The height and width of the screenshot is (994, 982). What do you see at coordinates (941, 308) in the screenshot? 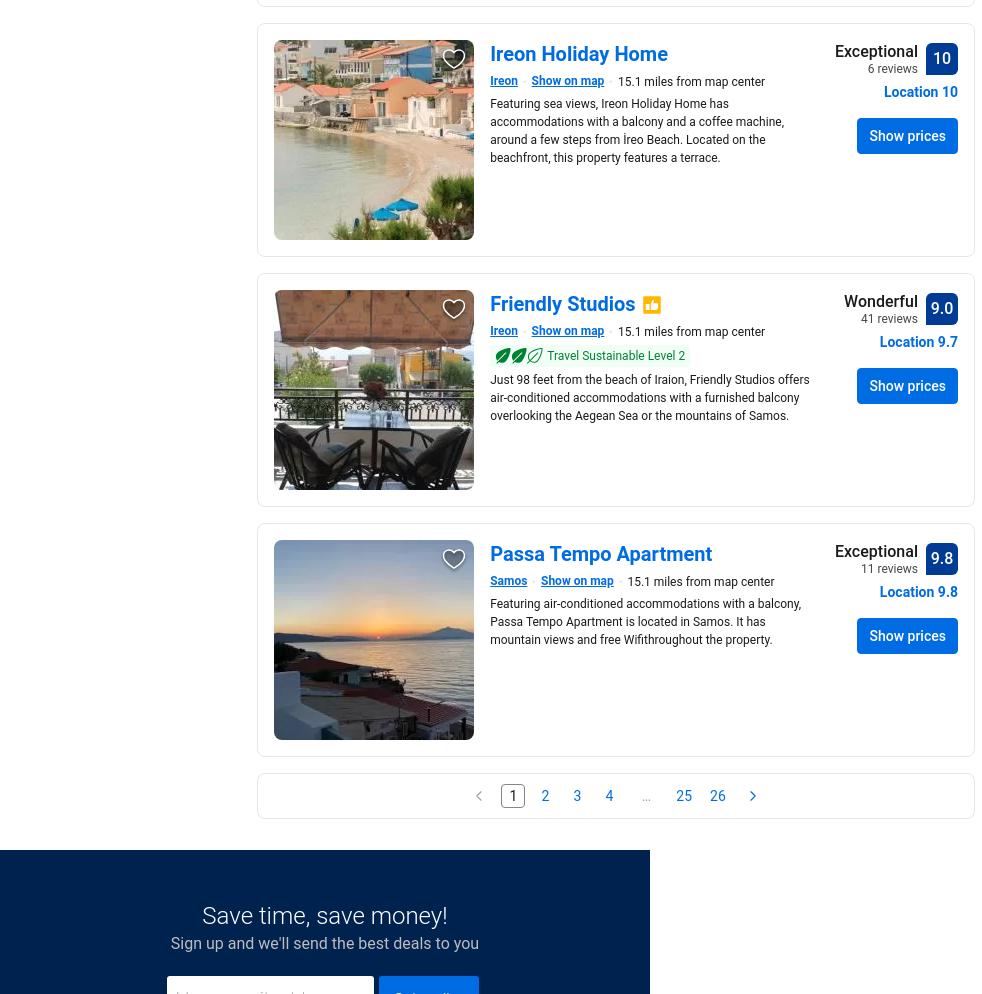
I see `'9.0'` at bounding box center [941, 308].